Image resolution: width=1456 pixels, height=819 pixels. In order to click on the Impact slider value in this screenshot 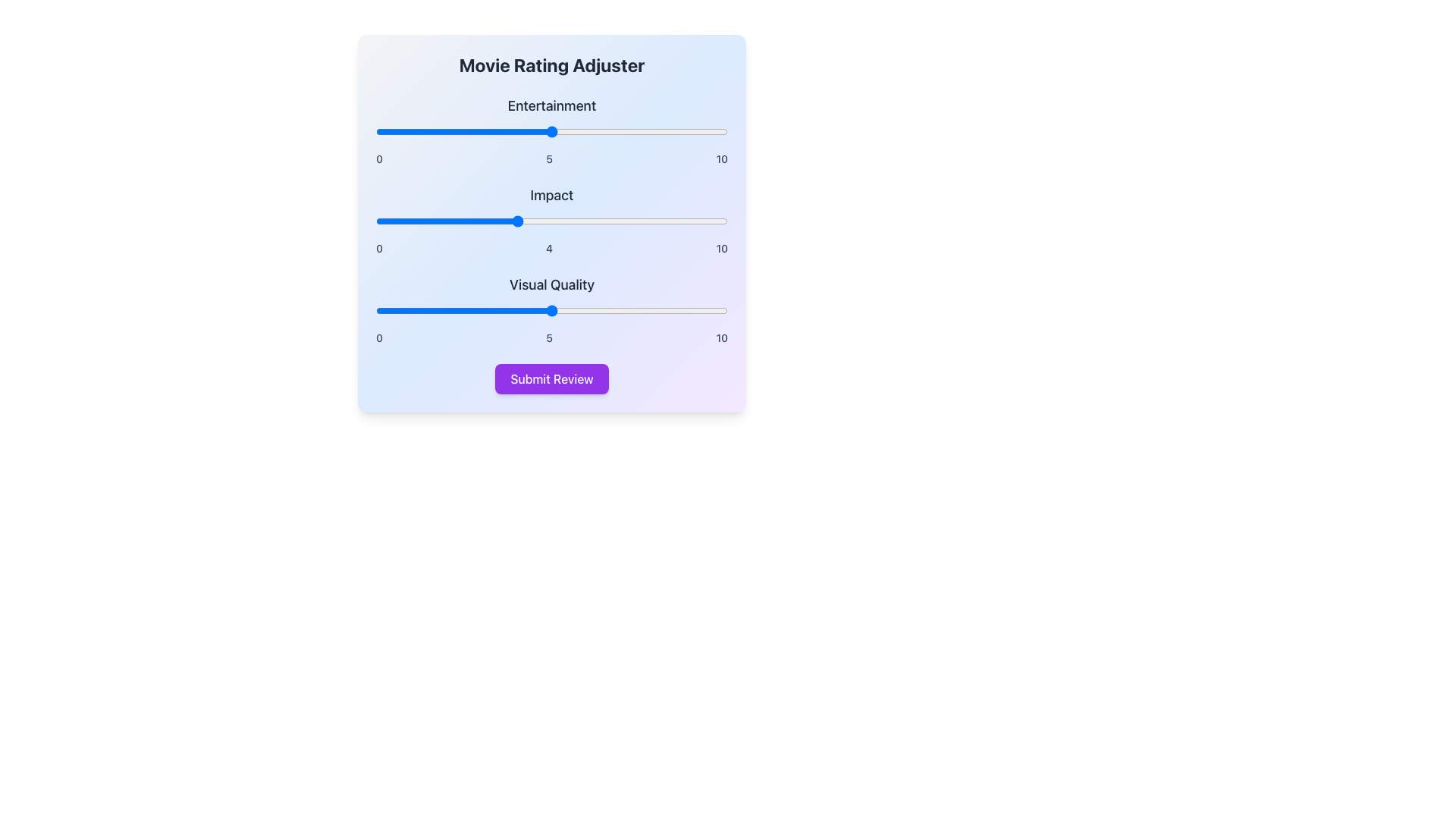, I will do `click(411, 221)`.